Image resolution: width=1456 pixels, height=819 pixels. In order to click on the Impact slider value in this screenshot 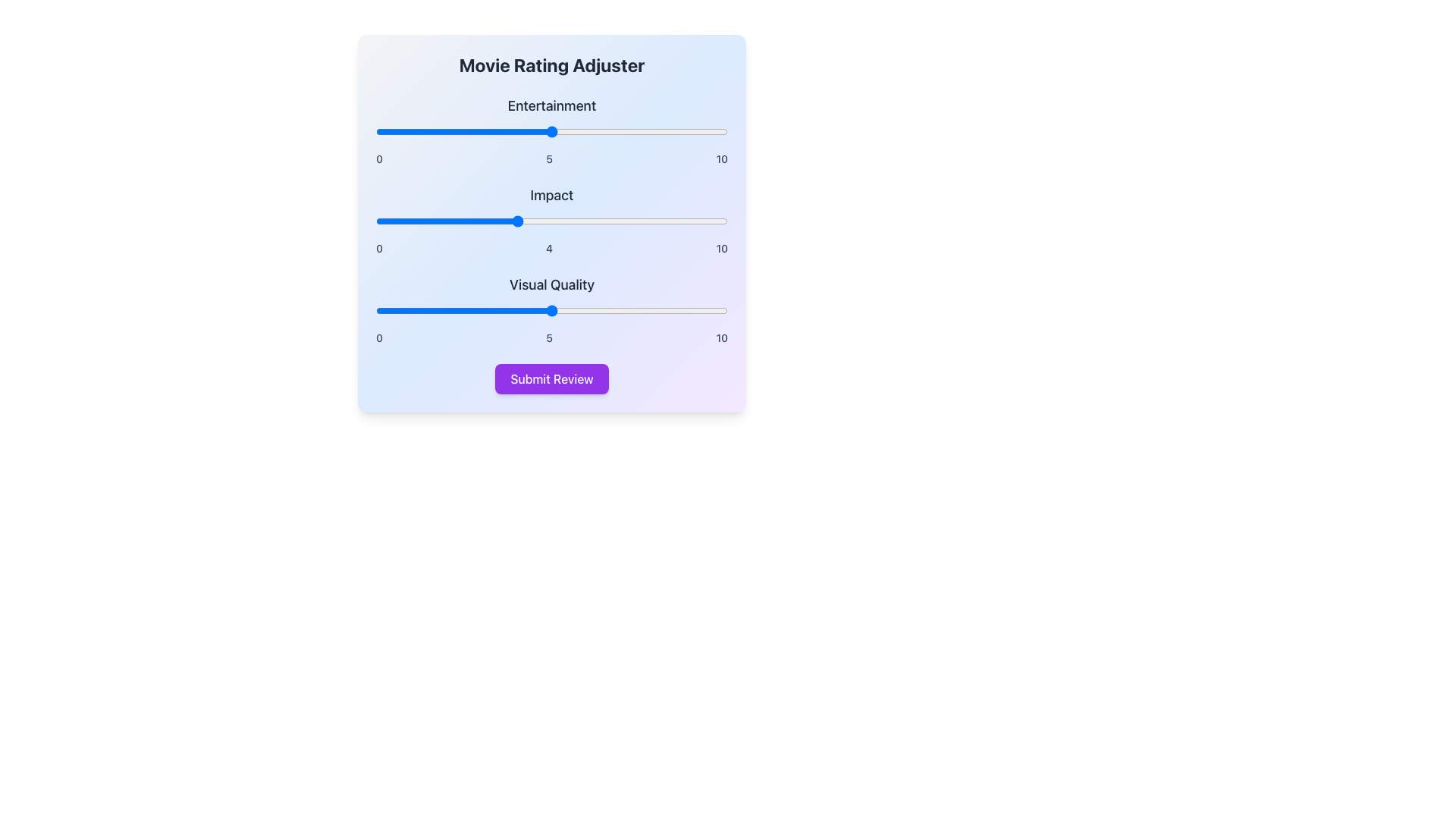, I will do `click(411, 221)`.